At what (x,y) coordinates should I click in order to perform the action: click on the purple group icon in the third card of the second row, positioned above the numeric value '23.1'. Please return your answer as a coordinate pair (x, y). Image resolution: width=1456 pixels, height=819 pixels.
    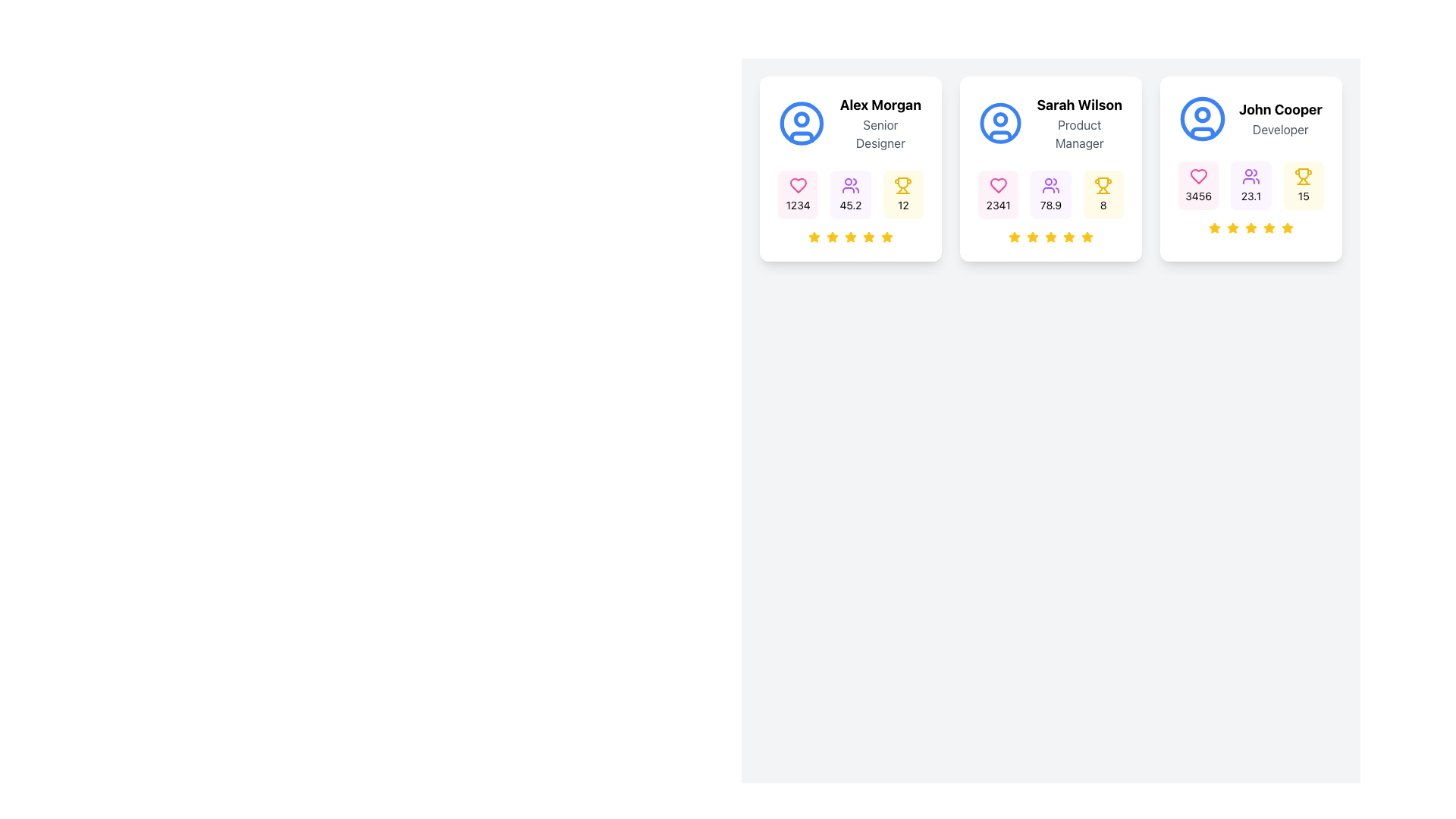
    Looking at the image, I should click on (1251, 175).